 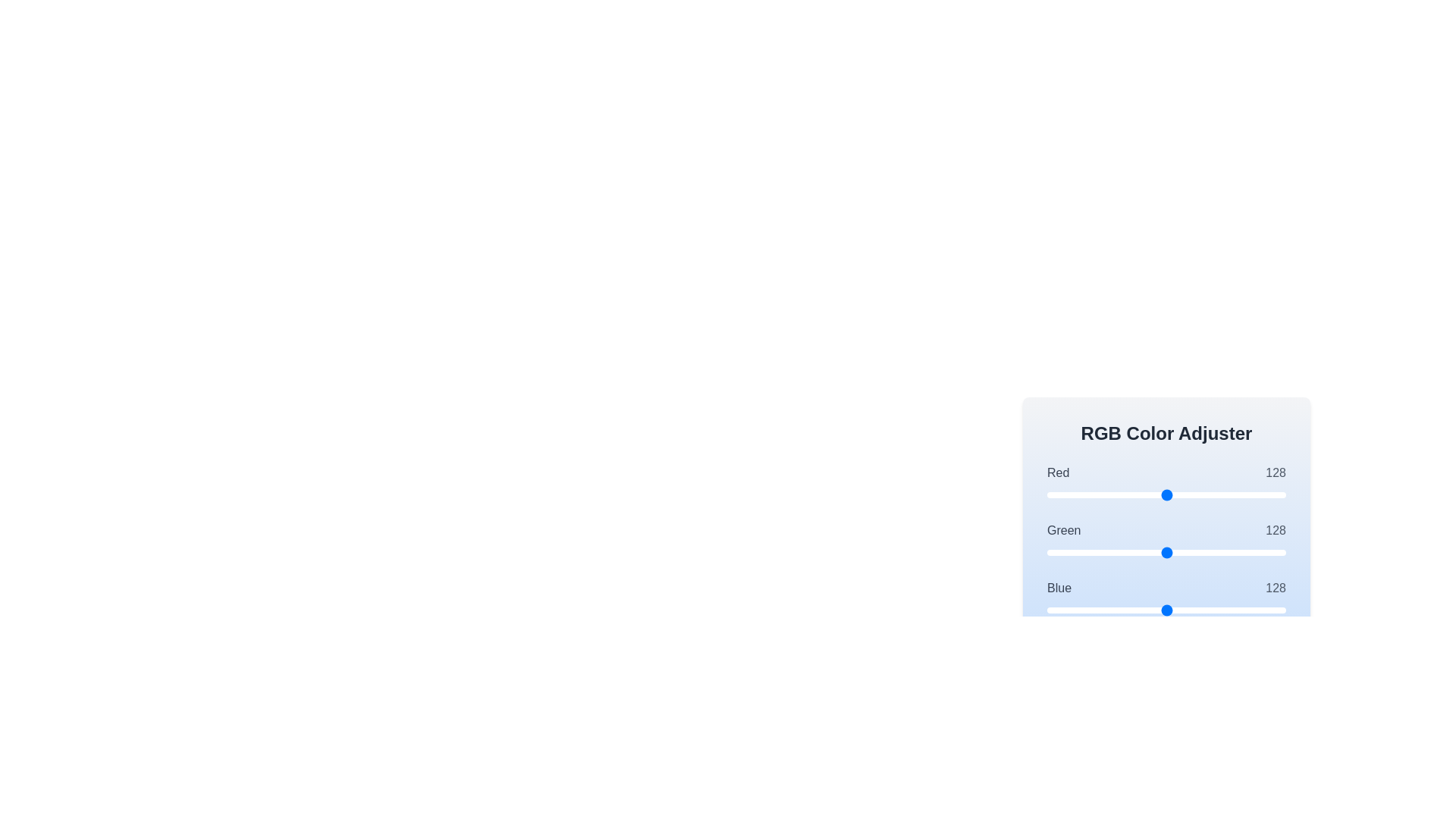 What do you see at coordinates (1088, 494) in the screenshot?
I see `the red slider to 45 by dragging or clicking on the slider` at bounding box center [1088, 494].